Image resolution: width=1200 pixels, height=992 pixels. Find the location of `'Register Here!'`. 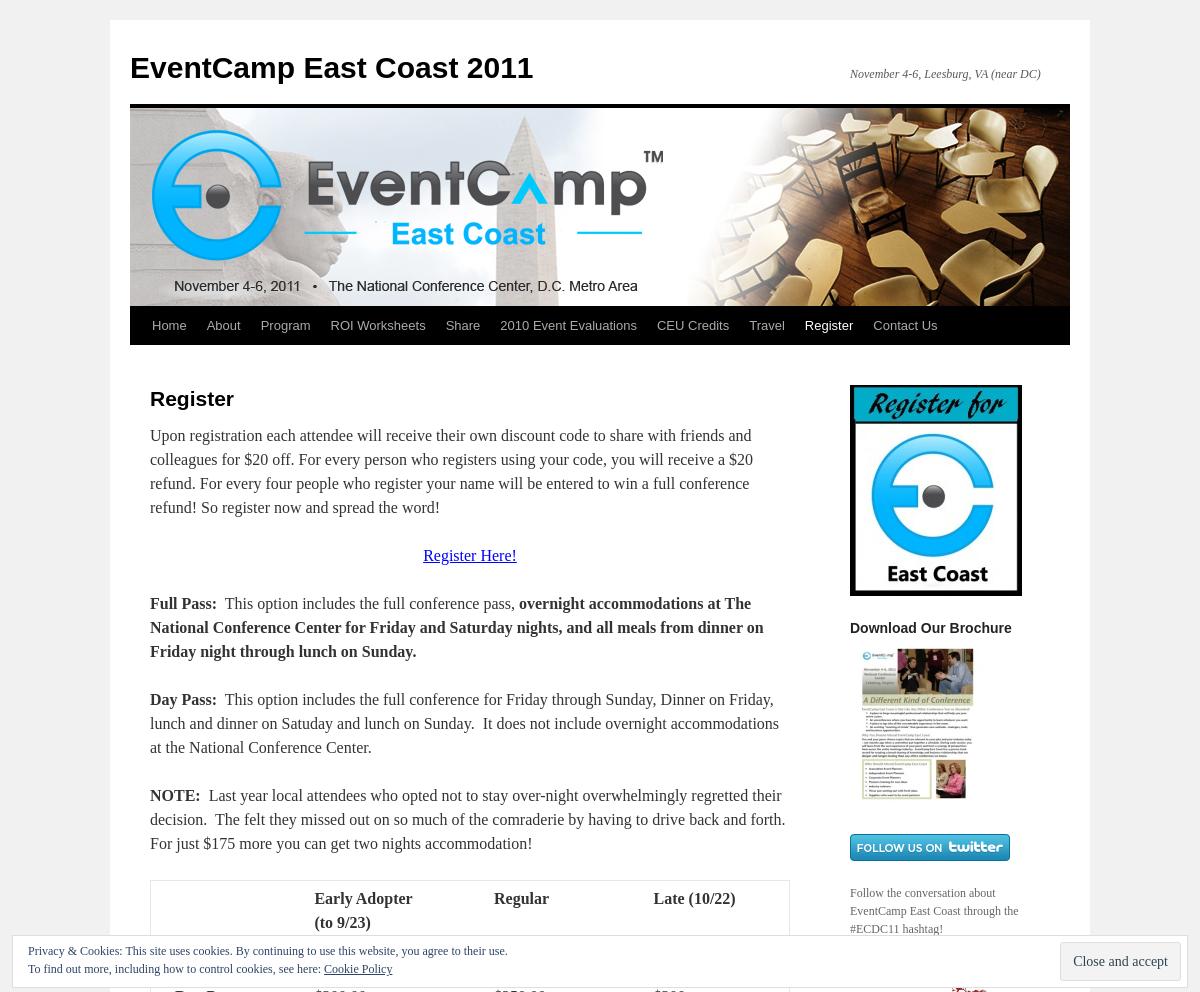

'Register Here!' is located at coordinates (468, 555).